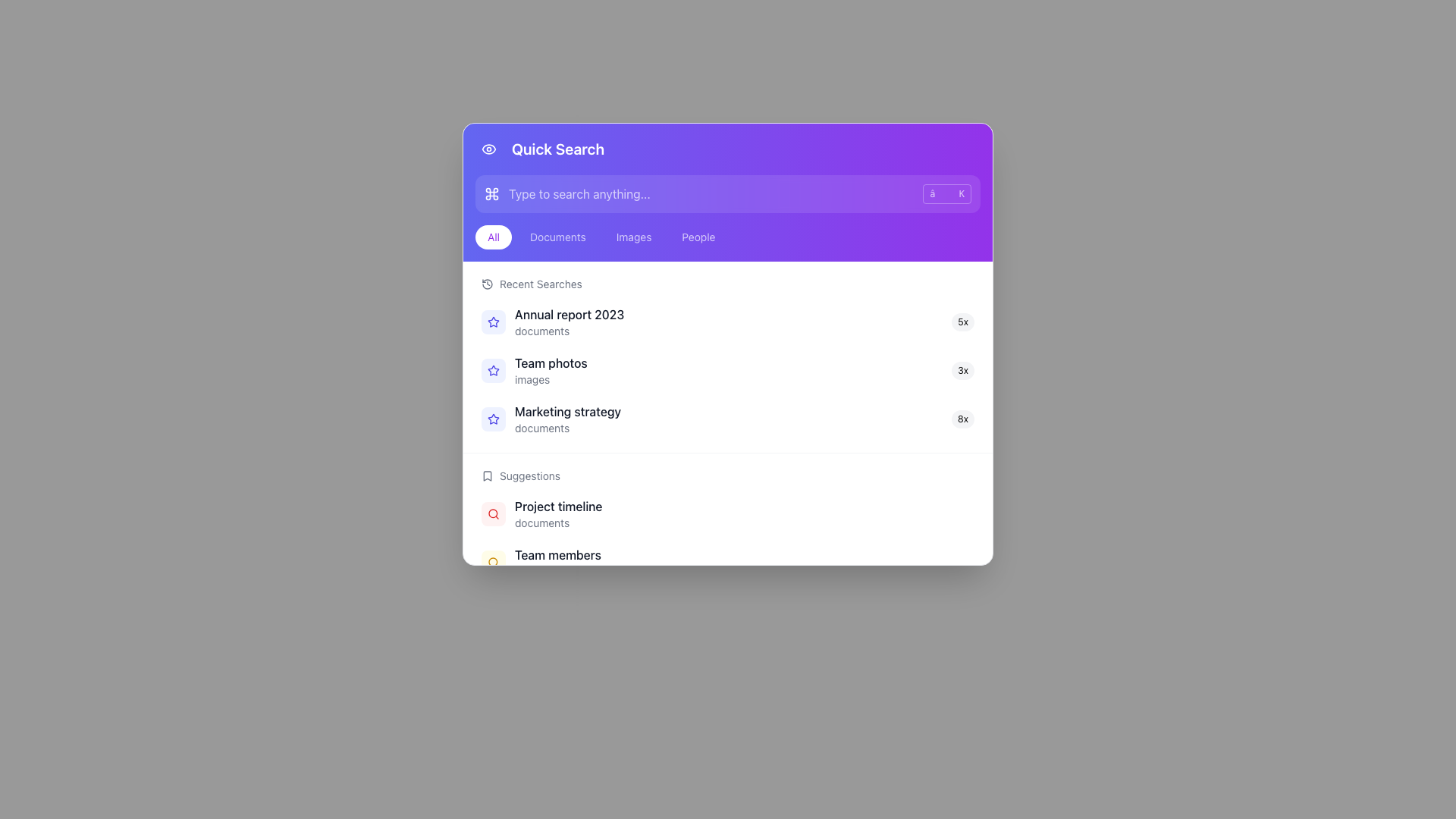 This screenshot has height=819, width=1456. What do you see at coordinates (541, 284) in the screenshot?
I see `the 'Recent Searches' label, which is styled in gray and indicates a list of recent activities, located in the top-left section of the content panel` at bounding box center [541, 284].